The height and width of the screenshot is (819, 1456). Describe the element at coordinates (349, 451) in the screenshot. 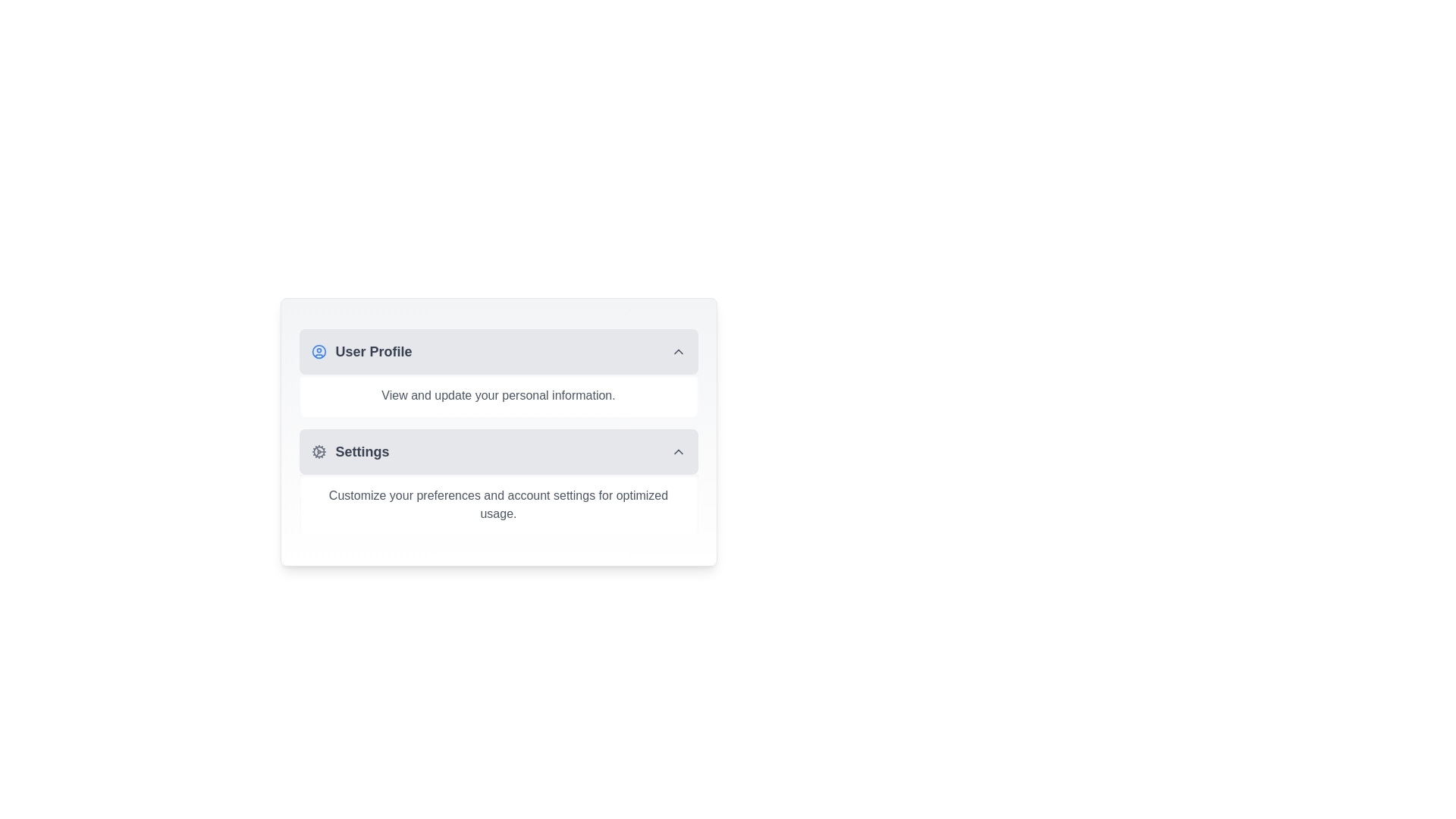

I see `the 'Settings' button, which features a gray cog icon followed by the text 'Settings', located in the second block under the 'User Profile' header` at that location.